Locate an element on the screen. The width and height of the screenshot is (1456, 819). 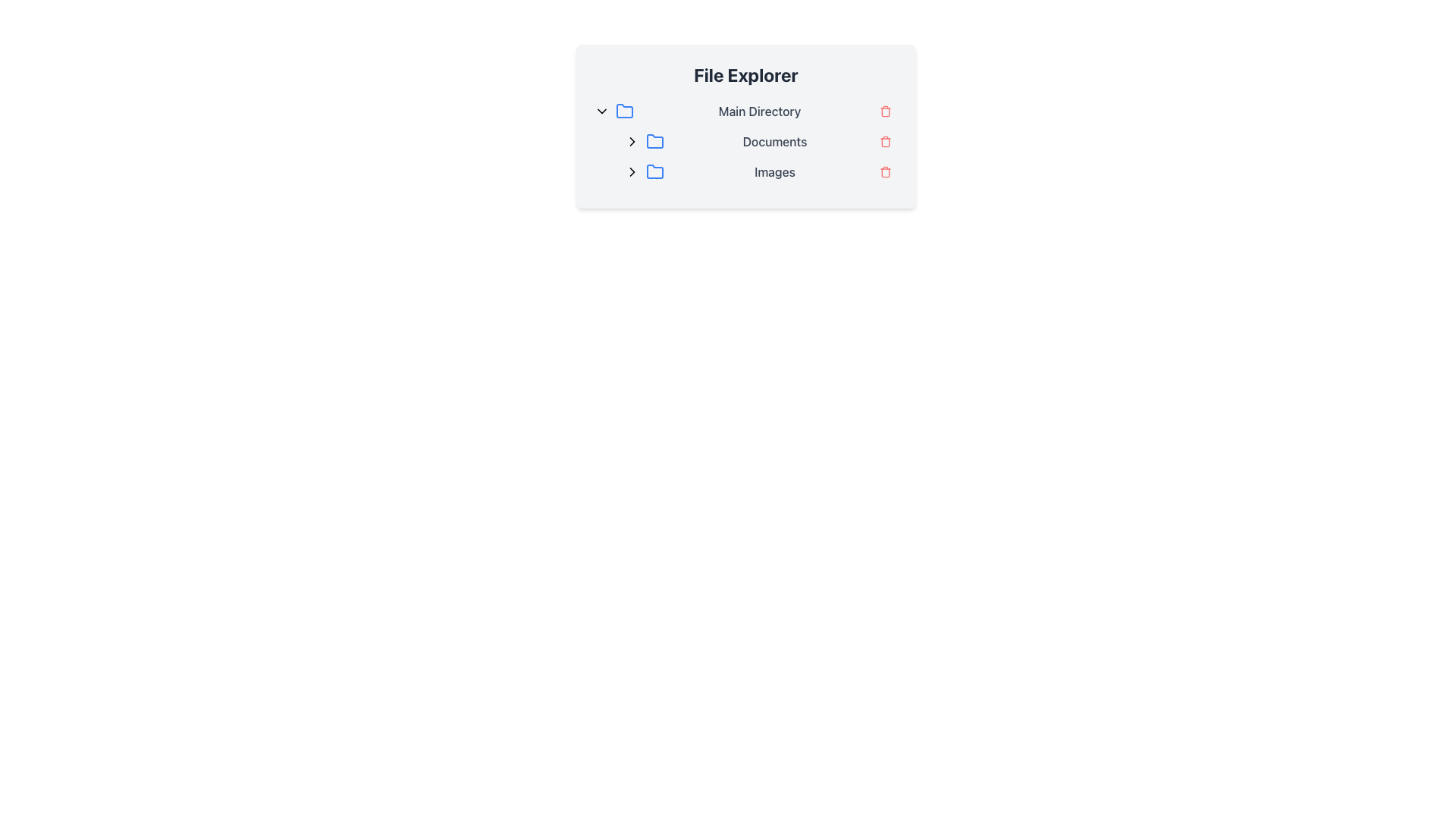
the red trash bin icon, located in the same row as 'Images' in the 'File Explorer' interface is located at coordinates (885, 171).